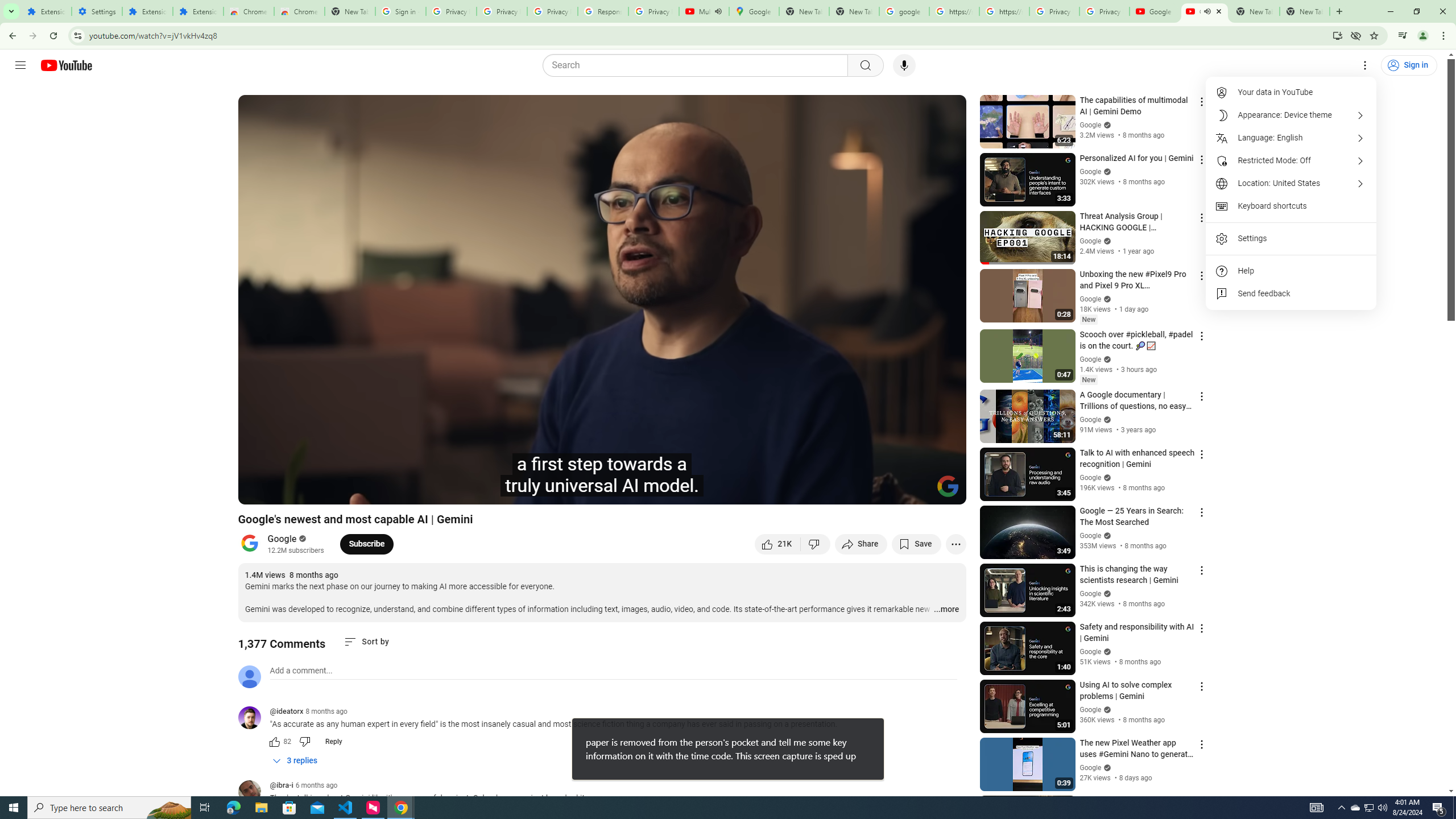 This screenshot has width=1456, height=819. Describe the element at coordinates (1291, 160) in the screenshot. I see `'Restricted Mode: Off'` at that location.